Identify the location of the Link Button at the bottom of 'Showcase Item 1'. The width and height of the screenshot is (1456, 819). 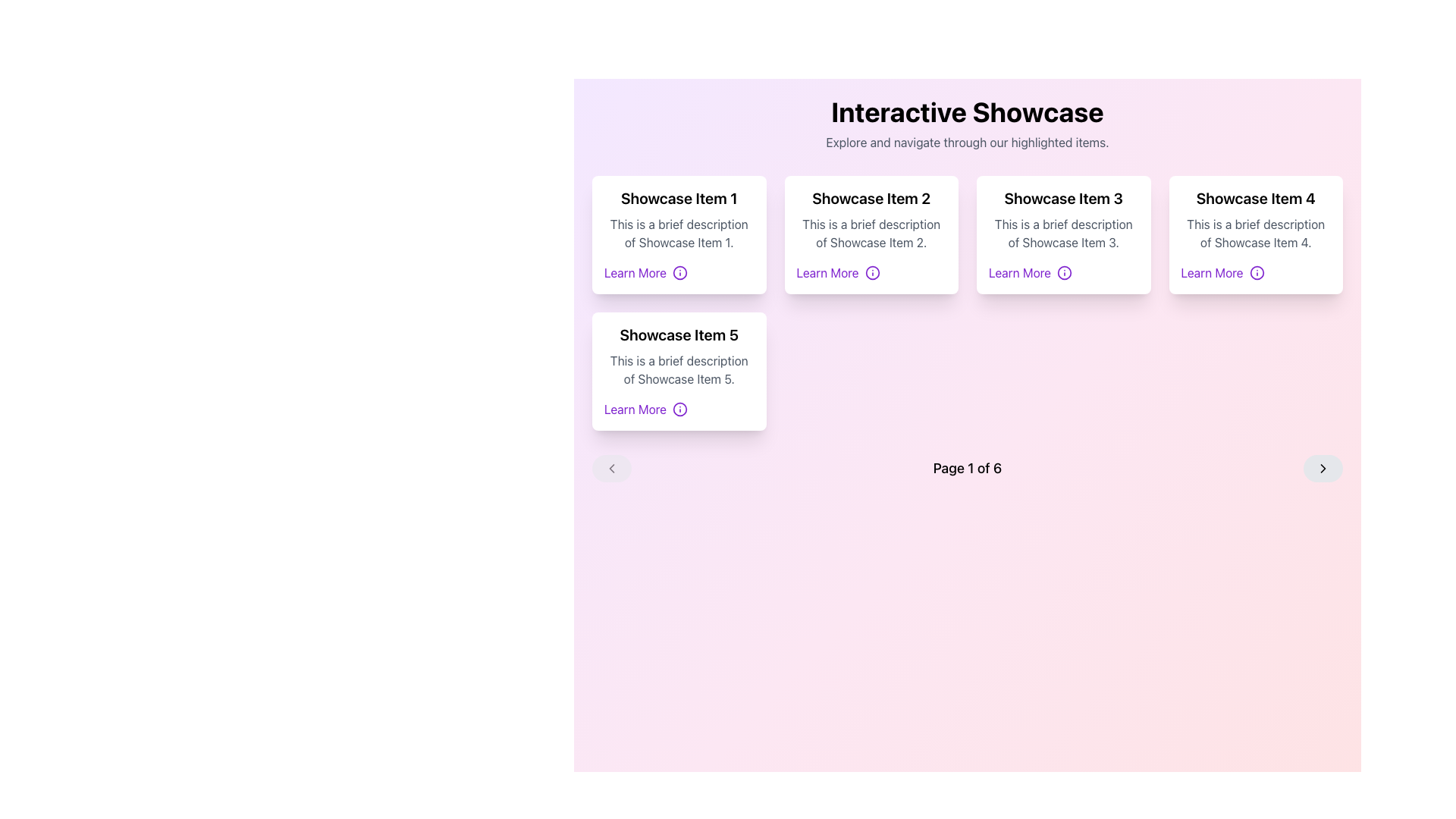
(678, 271).